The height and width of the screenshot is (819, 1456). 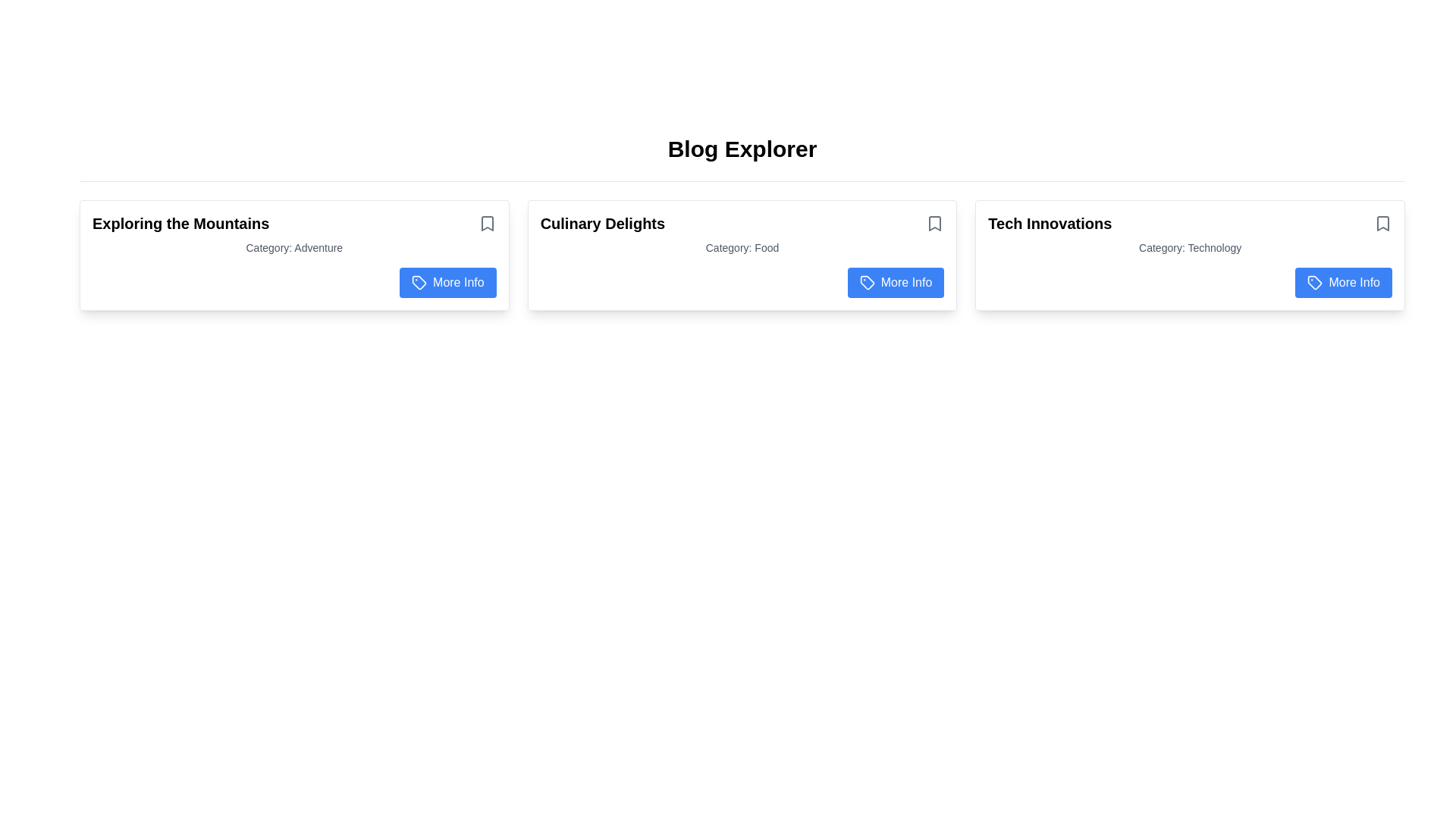 I want to click on the bookmark SVG icon located at the top-right corner of the card labeled 'Culinary Delights', which allows users to save or mark the item for later reference, so click(x=934, y=223).